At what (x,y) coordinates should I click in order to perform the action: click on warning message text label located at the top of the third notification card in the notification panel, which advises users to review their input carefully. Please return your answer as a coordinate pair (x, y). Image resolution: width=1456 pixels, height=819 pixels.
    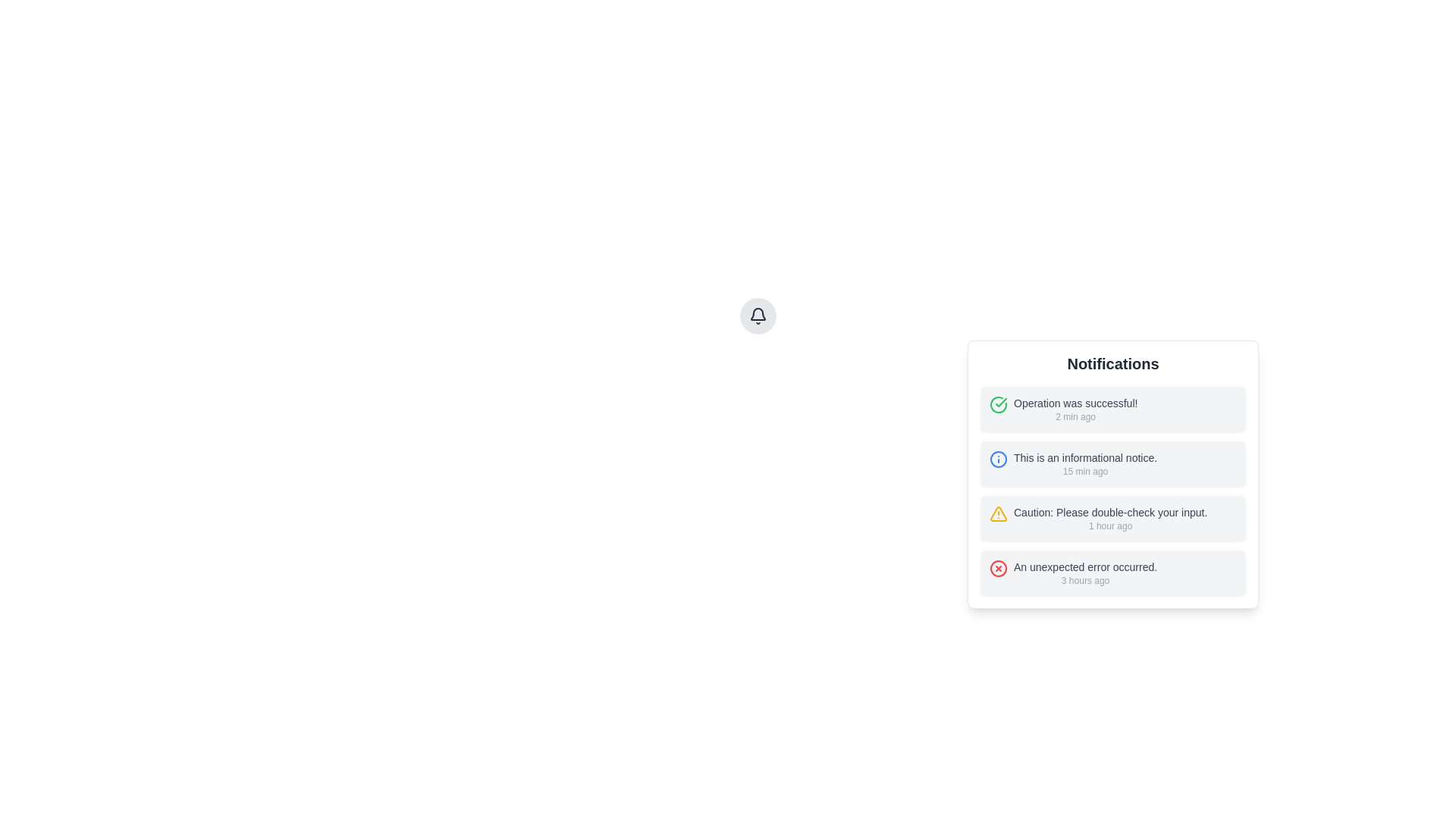
    Looking at the image, I should click on (1110, 512).